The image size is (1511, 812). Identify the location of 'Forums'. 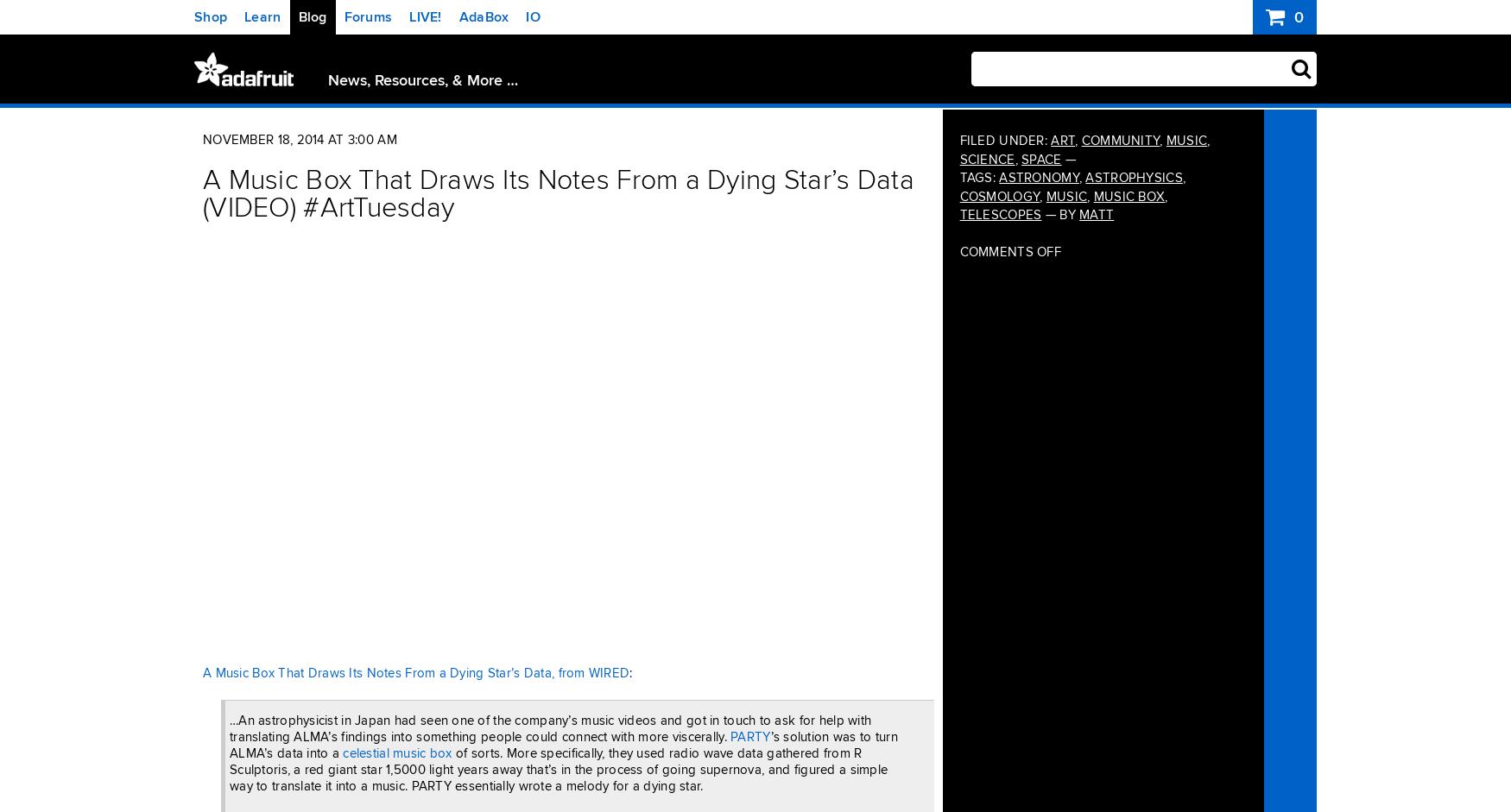
(366, 16).